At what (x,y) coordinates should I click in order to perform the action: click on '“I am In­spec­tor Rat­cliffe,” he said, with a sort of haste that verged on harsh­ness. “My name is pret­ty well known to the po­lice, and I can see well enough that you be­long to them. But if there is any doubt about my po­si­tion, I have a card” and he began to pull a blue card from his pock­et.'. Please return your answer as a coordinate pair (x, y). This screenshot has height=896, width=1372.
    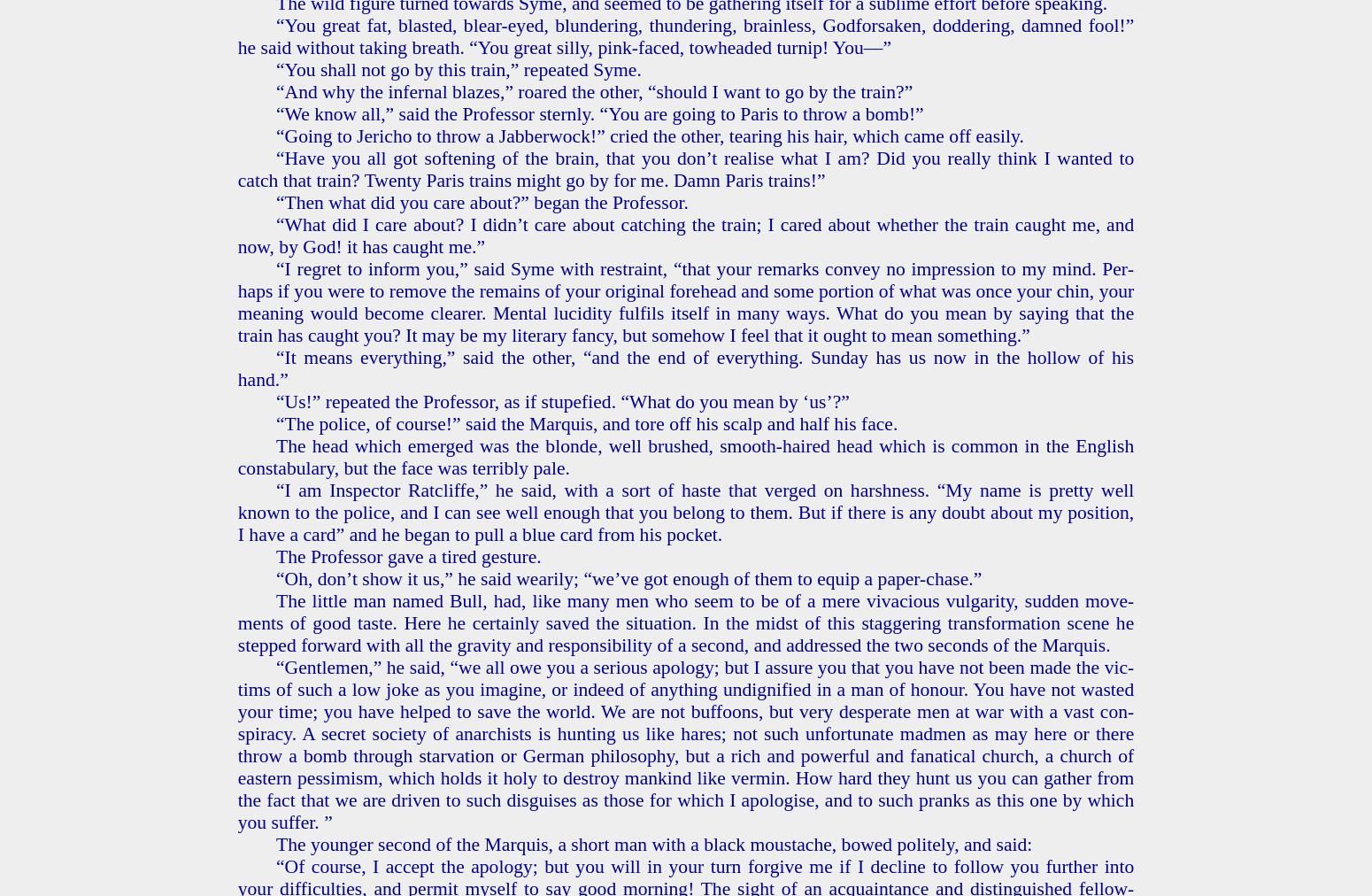
    Looking at the image, I should click on (685, 510).